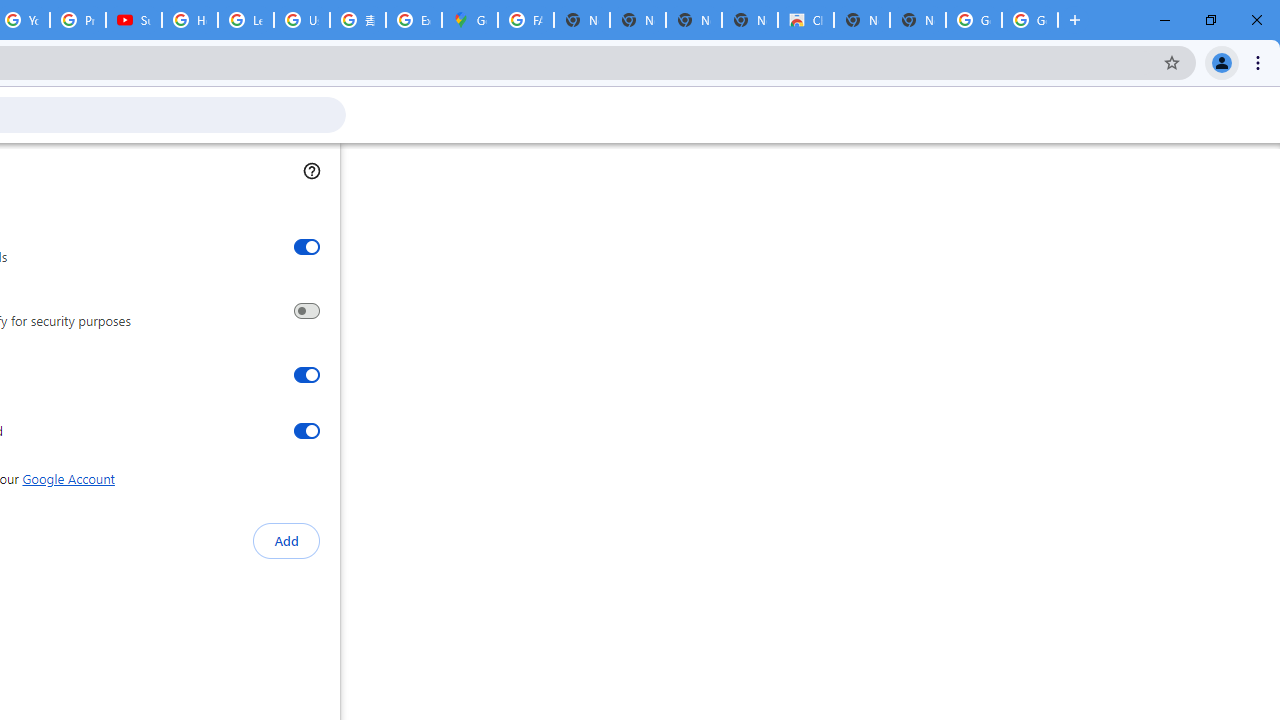 This screenshot has width=1280, height=720. Describe the element at coordinates (133, 20) in the screenshot. I see `'Subscriptions - YouTube'` at that location.